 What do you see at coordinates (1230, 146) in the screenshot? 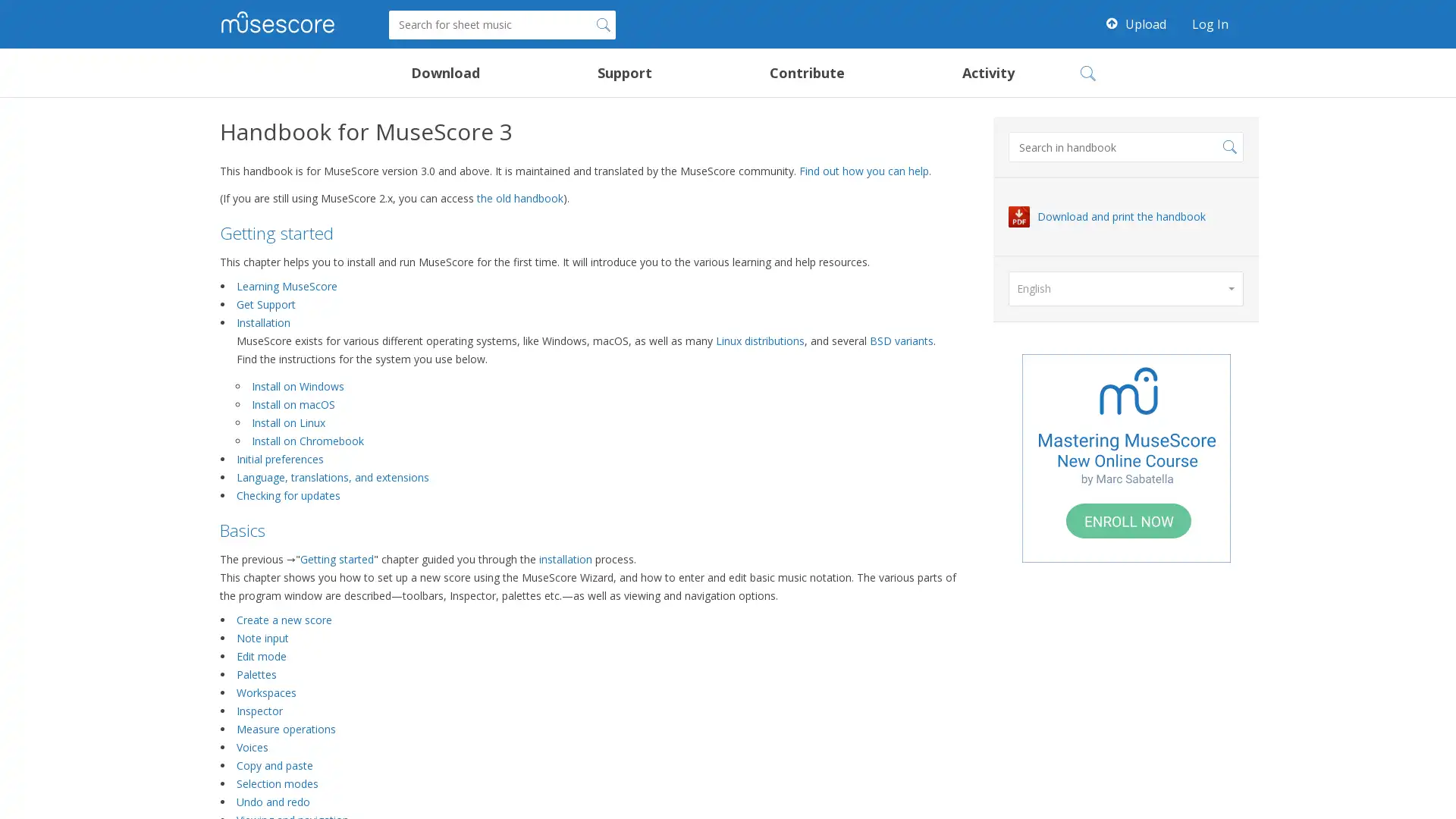
I see `Search` at bounding box center [1230, 146].